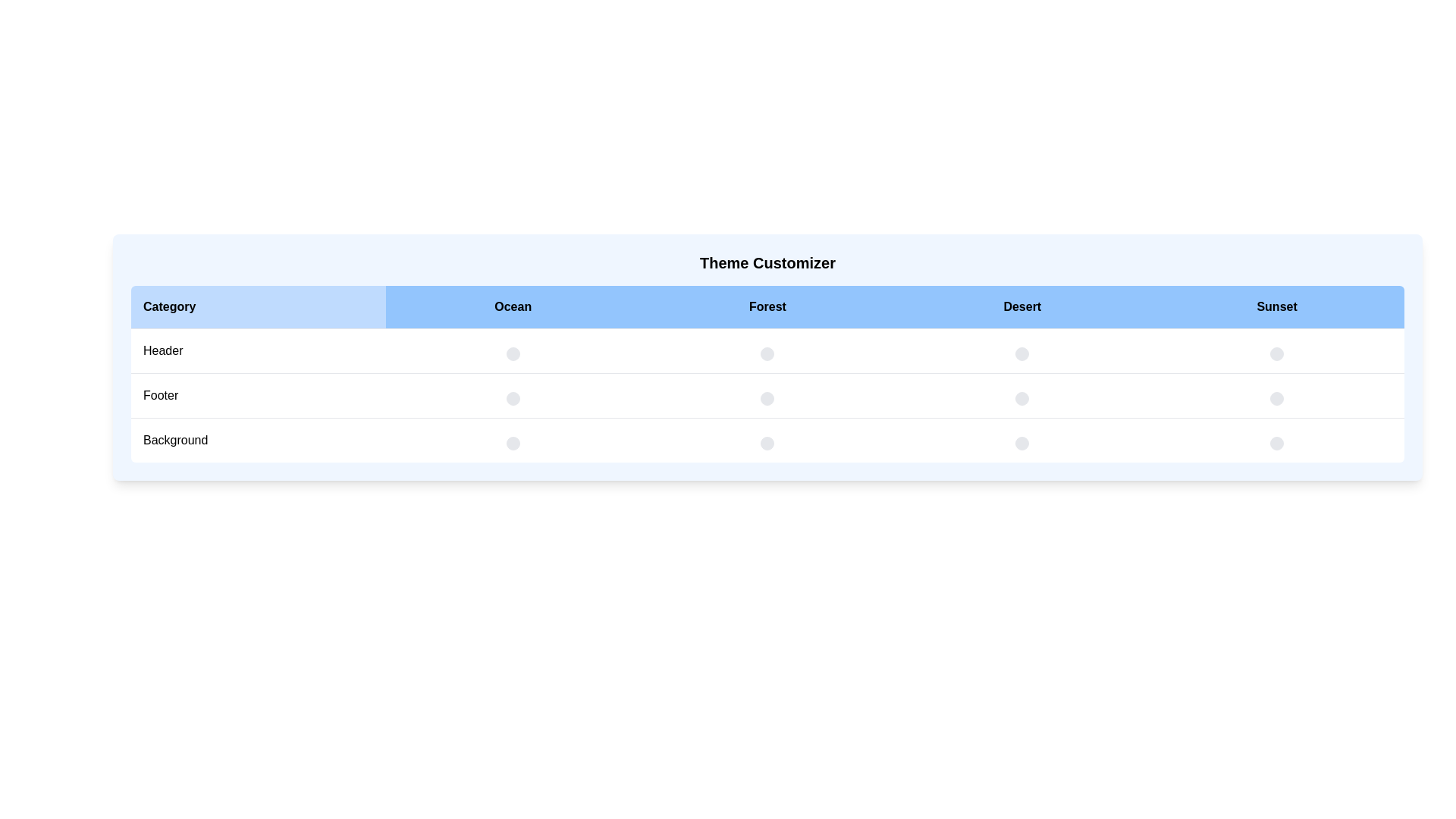 This screenshot has width=1456, height=819. I want to click on the 'Forest' theme button located in the second row of the 'Footer' category in the 'Theme Customizer', so click(767, 353).